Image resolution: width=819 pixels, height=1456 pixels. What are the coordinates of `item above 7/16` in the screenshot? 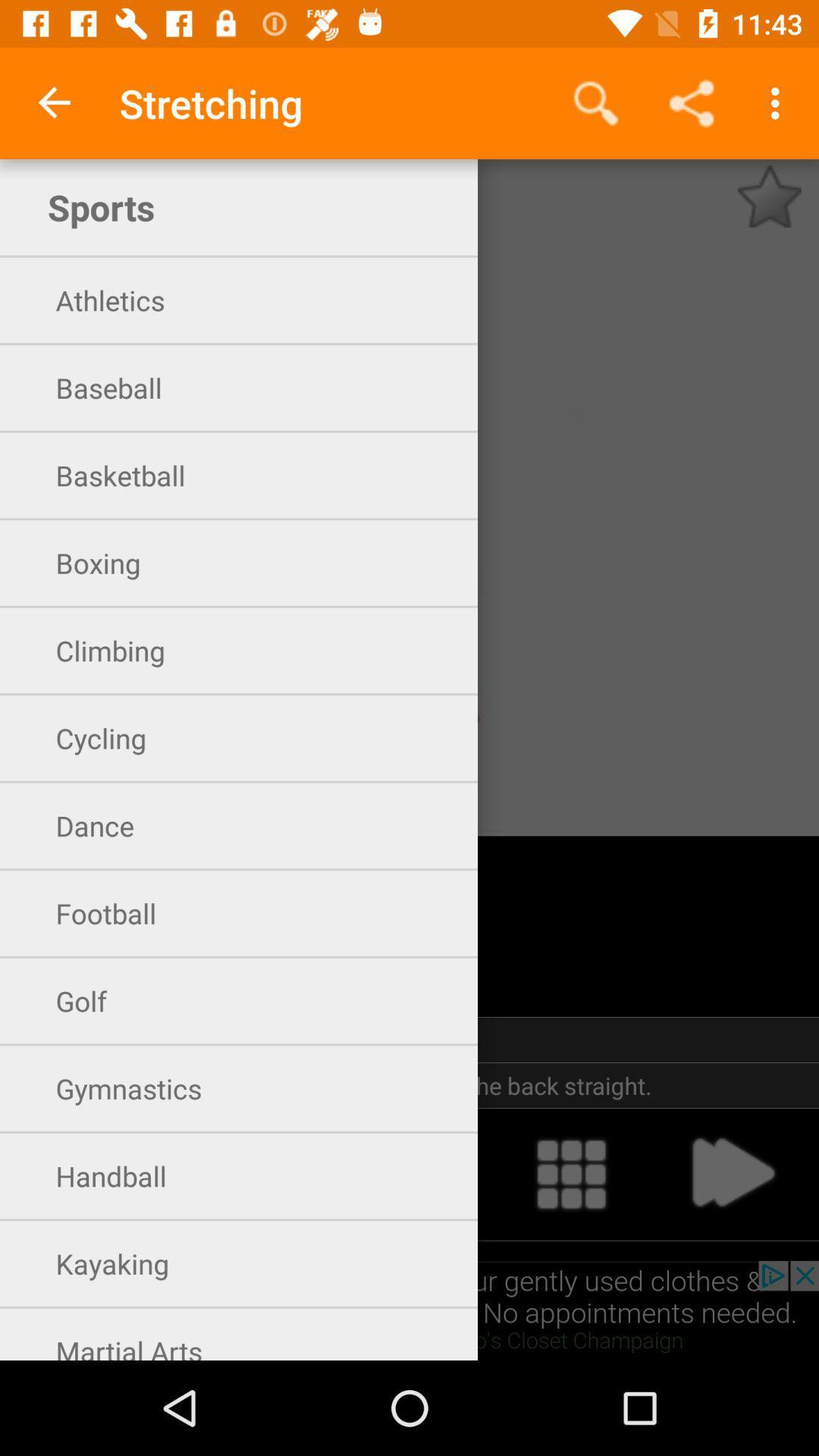 It's located at (595, 102).